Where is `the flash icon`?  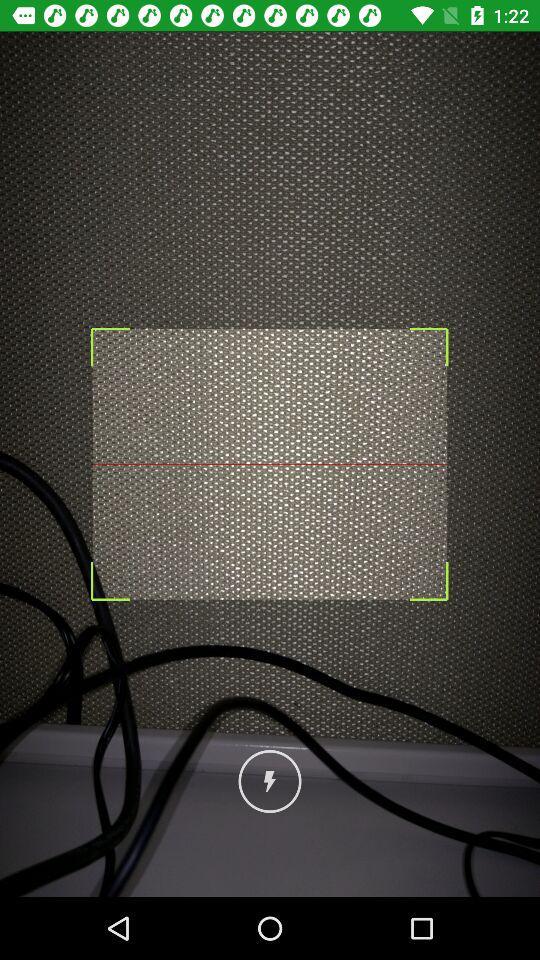
the flash icon is located at coordinates (270, 781).